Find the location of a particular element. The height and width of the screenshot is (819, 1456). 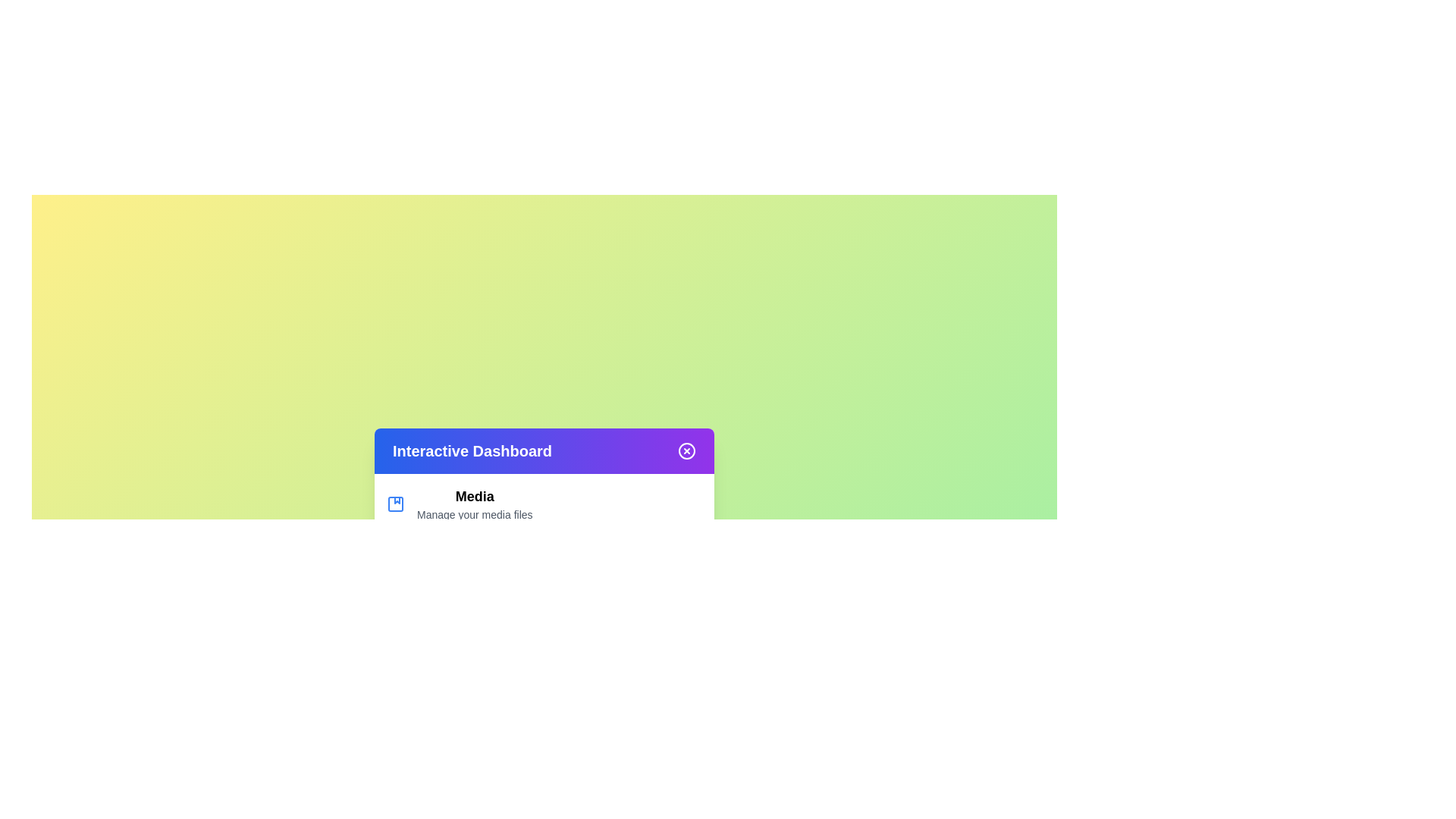

the menu item labeled Media is located at coordinates (544, 504).